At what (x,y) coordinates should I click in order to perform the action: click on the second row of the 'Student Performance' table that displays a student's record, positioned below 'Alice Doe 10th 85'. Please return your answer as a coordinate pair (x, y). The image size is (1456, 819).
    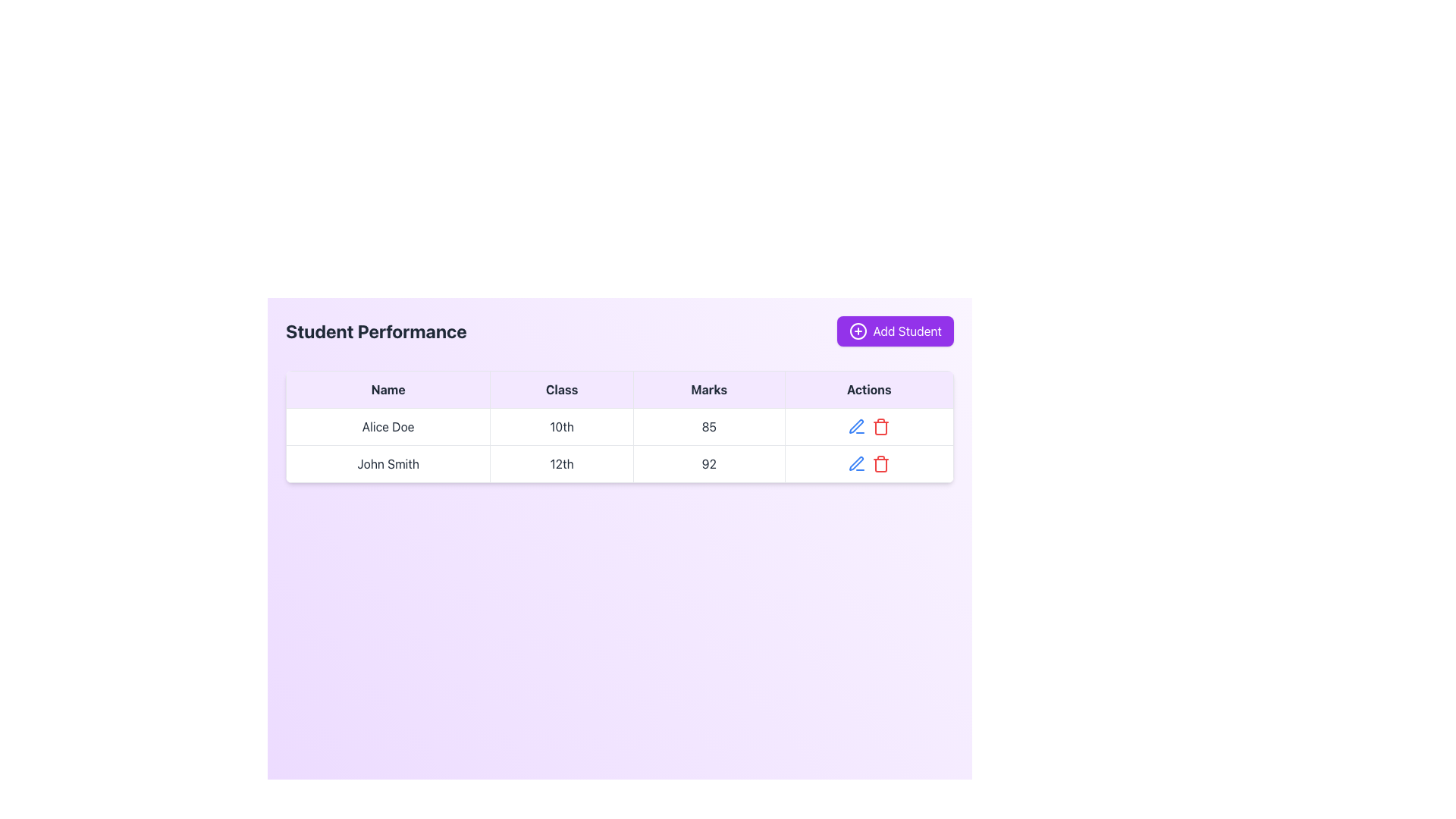
    Looking at the image, I should click on (620, 463).